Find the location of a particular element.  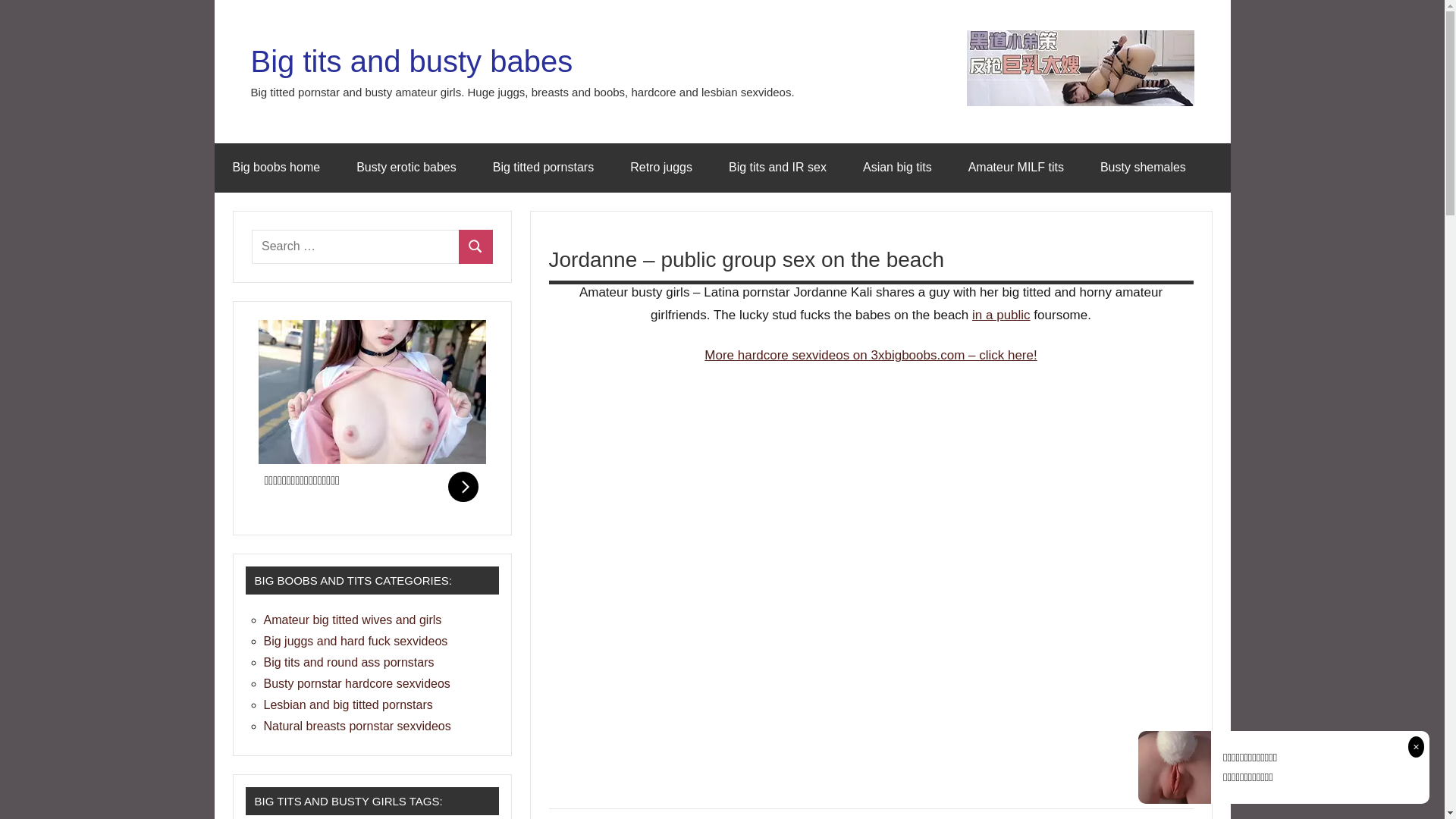

'Lesbian and big titted pornstars' is located at coordinates (263, 704).